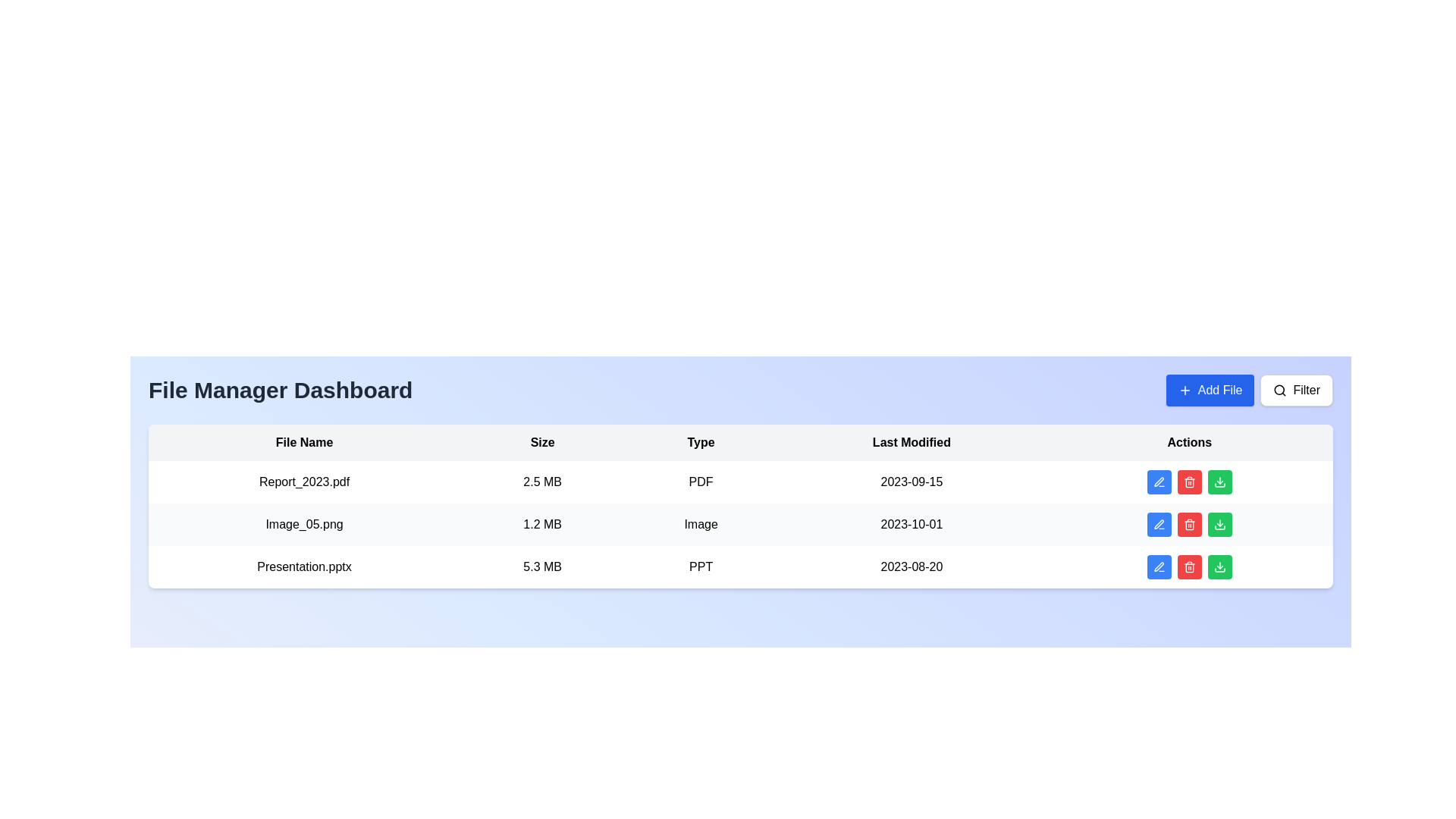 The width and height of the screenshot is (1456, 819). What do you see at coordinates (281, 390) in the screenshot?
I see `the 'File Manager Dashboard' text header, which is a bold, large-sized title positioned at the top-left of the interface` at bounding box center [281, 390].